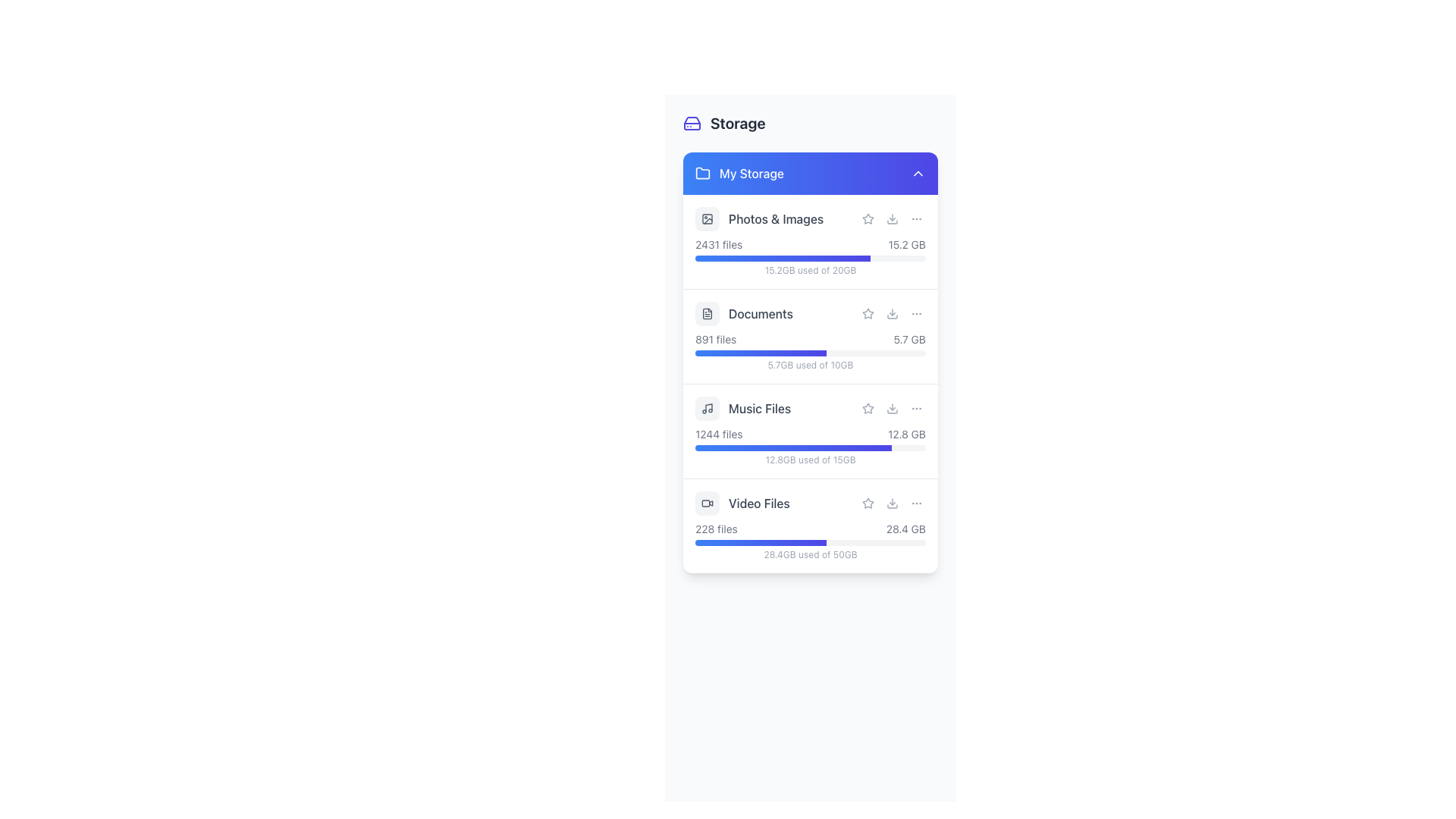 Image resolution: width=1456 pixels, height=819 pixels. What do you see at coordinates (761, 542) in the screenshot?
I see `the progress bar segment representing 56.8% storage usage for 'Video Files' within the 'Storage' interface` at bounding box center [761, 542].